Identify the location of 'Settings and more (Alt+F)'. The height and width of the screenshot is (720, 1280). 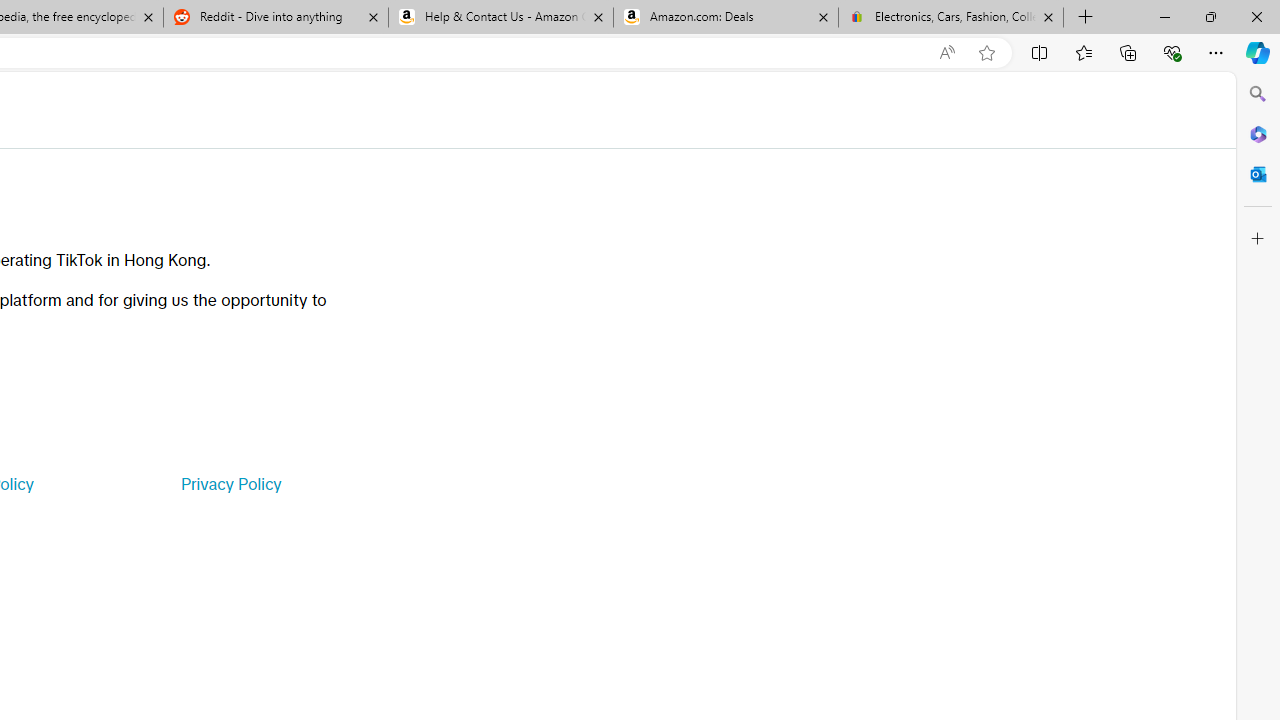
(1215, 51).